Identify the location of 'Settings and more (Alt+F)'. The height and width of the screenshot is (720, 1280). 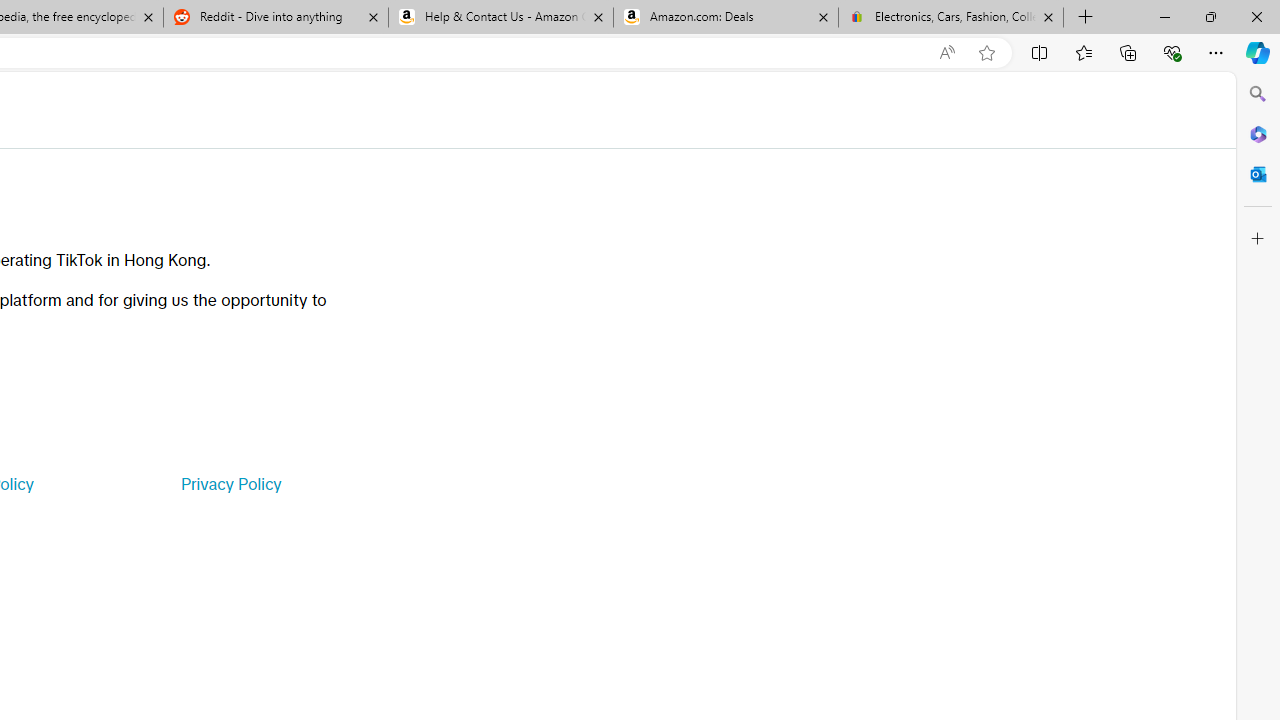
(1215, 51).